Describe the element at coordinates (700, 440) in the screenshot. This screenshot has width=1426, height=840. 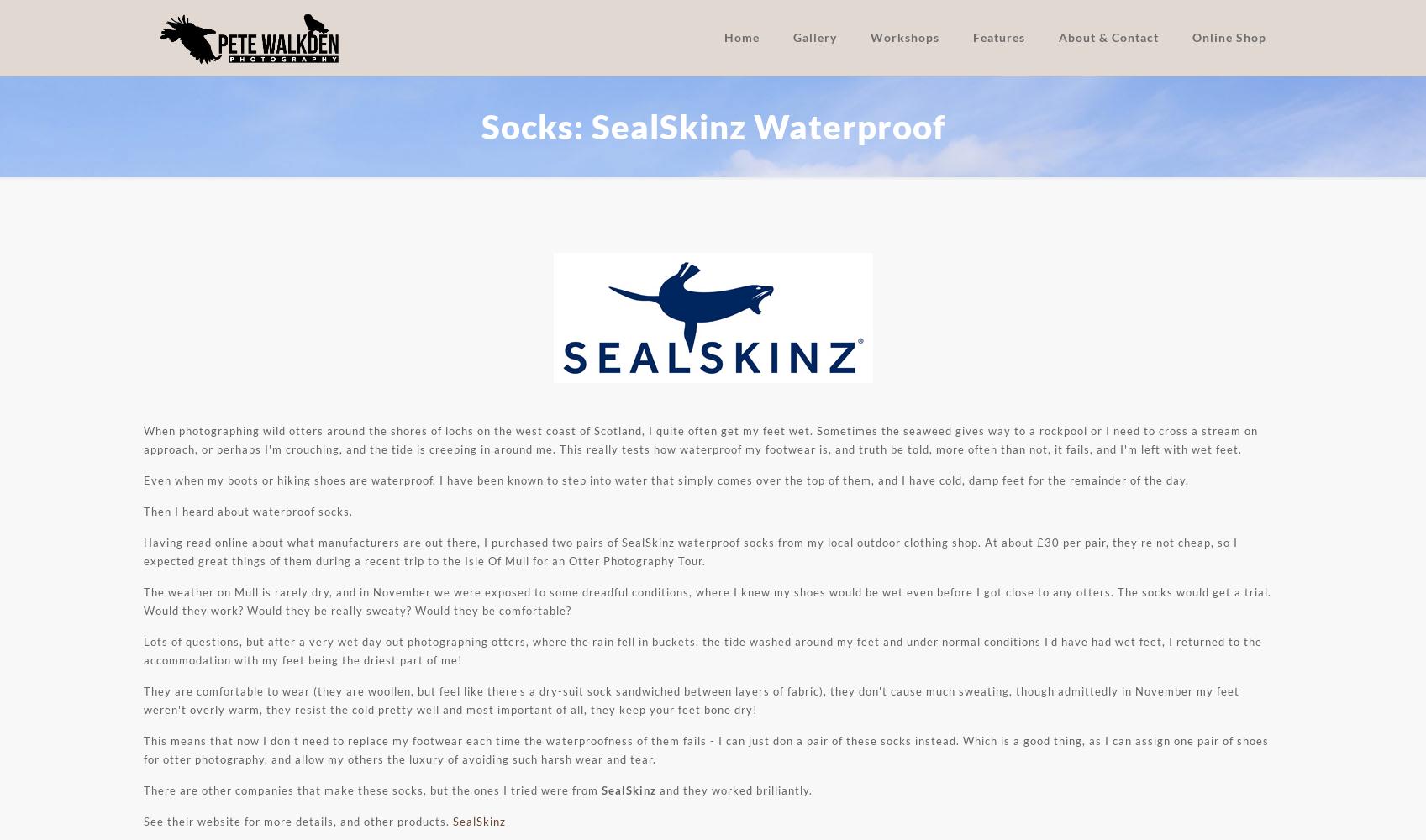
I see `'When photographing wild otters around the shores of lochs on the west coast of Scotland, I quite often get my feet wet. Sometimes the seaweed gives way to a rockpool or I need to cross a stream on approach, or perhaps I'm crouching, and the tide is creeping in around me. This really tests how waterproof my footwear is, and truth be told, more often than not, it fails, and I'm left with wet feet.'` at that location.